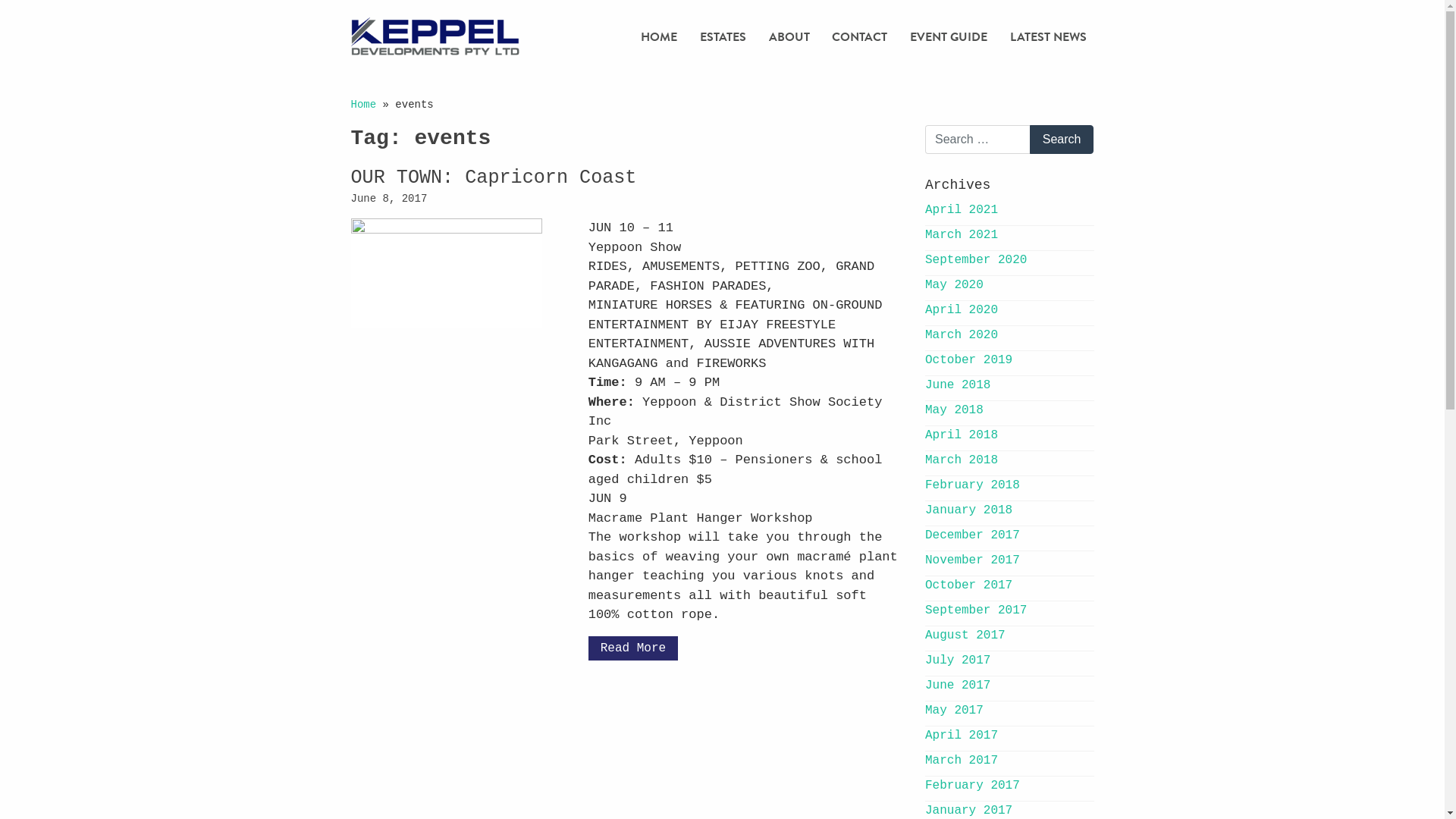  What do you see at coordinates (975, 259) in the screenshot?
I see `'September 2020'` at bounding box center [975, 259].